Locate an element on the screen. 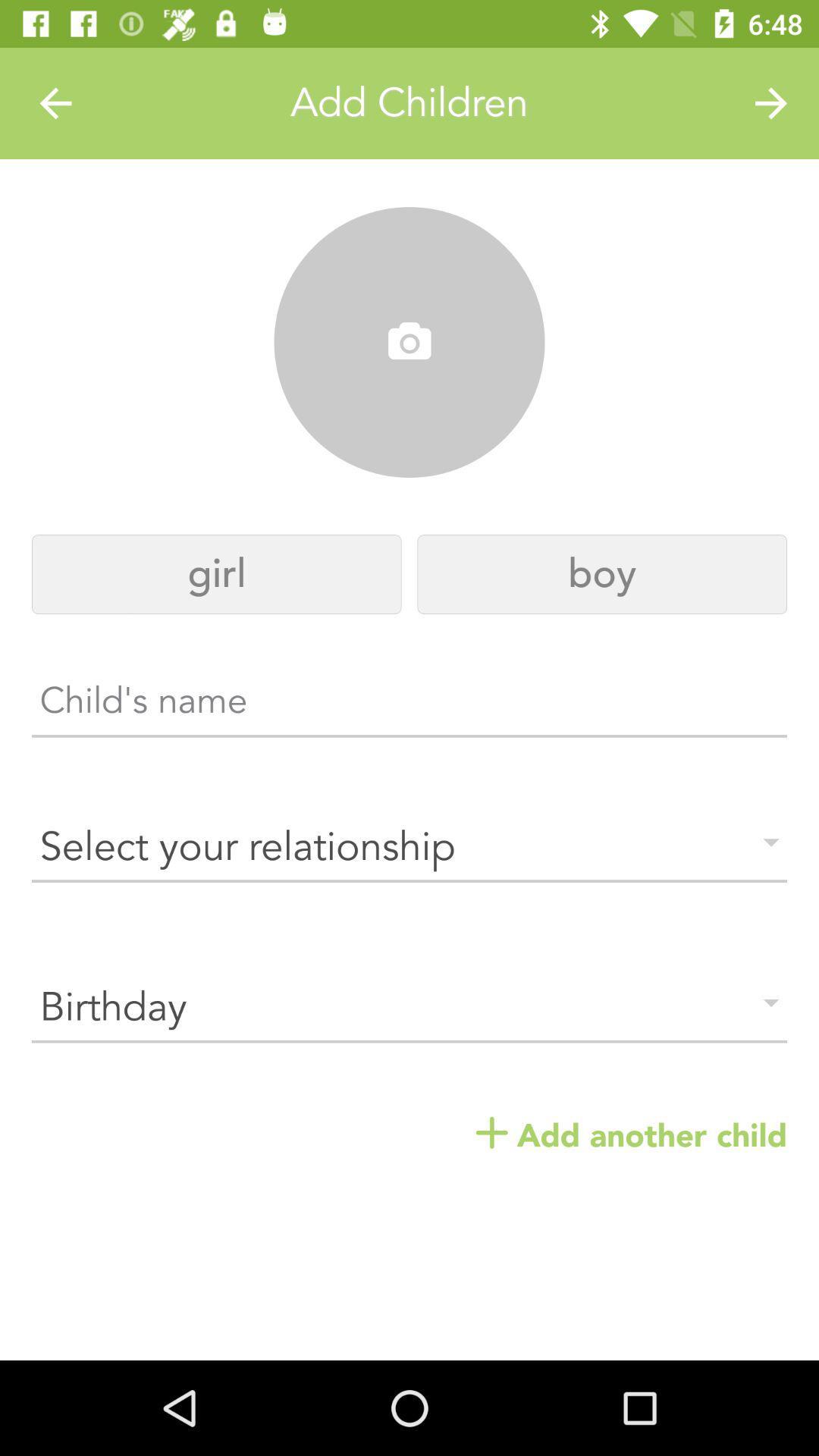  the arrow symbol at the top most right corner of the web page is located at coordinates (771, 103).